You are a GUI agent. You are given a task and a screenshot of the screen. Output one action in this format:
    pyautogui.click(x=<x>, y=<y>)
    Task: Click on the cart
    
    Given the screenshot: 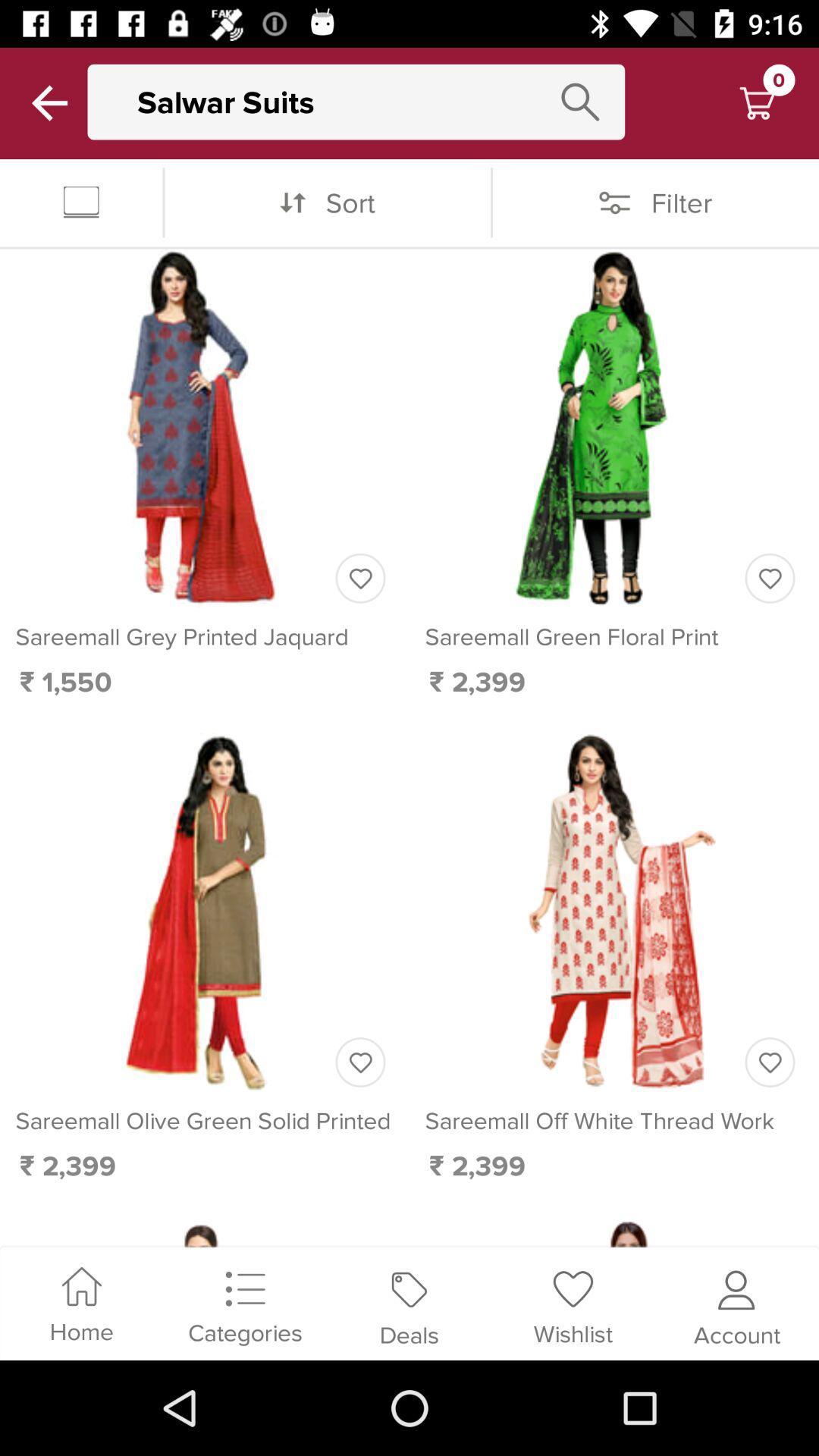 What is the action you would take?
    pyautogui.click(x=757, y=102)
    